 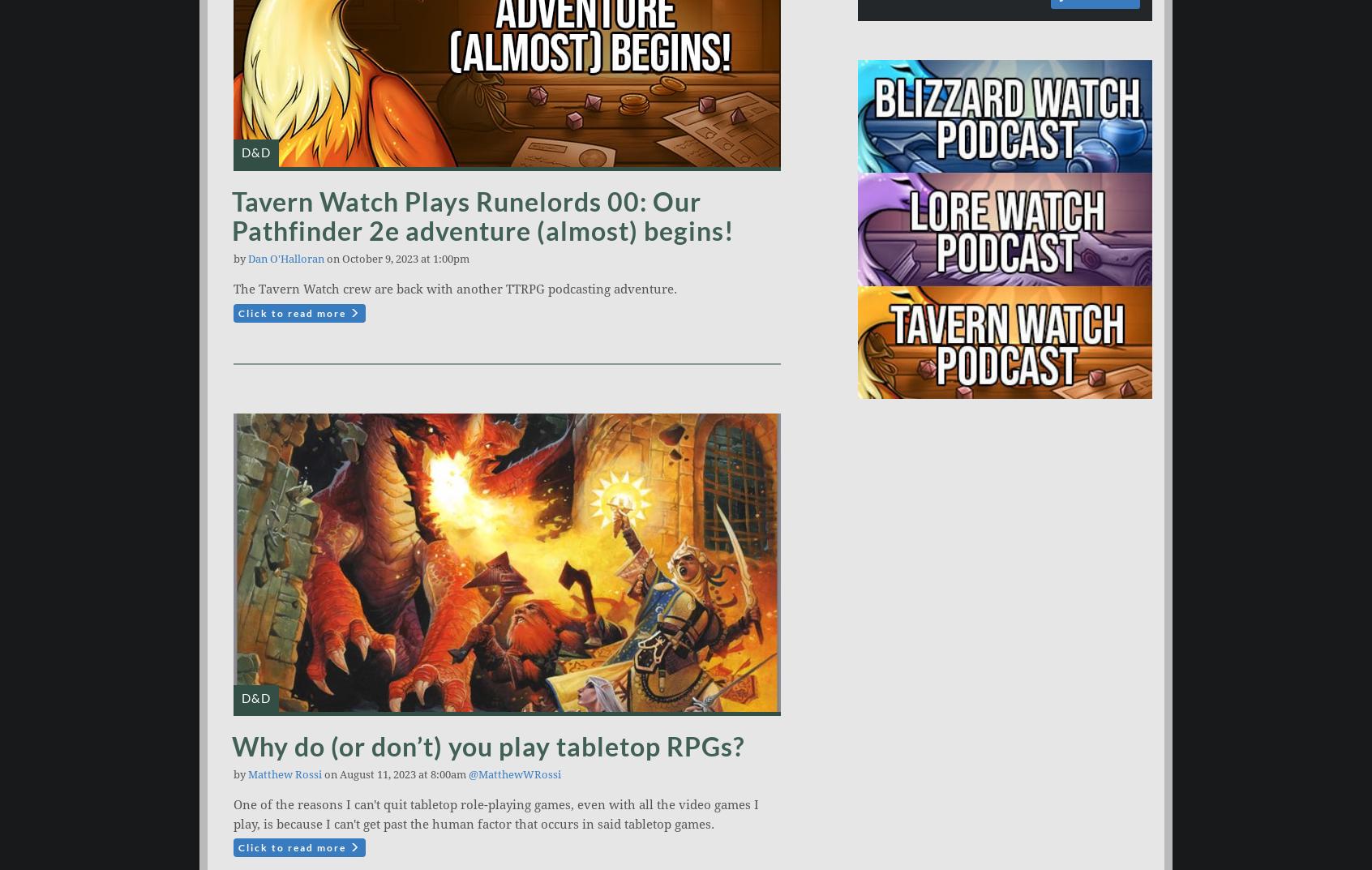 What do you see at coordinates (482, 214) in the screenshot?
I see `'Tavern Watch Plays Runelords 00: Our Pathfinder 2e adventure (almost) begins!'` at bounding box center [482, 214].